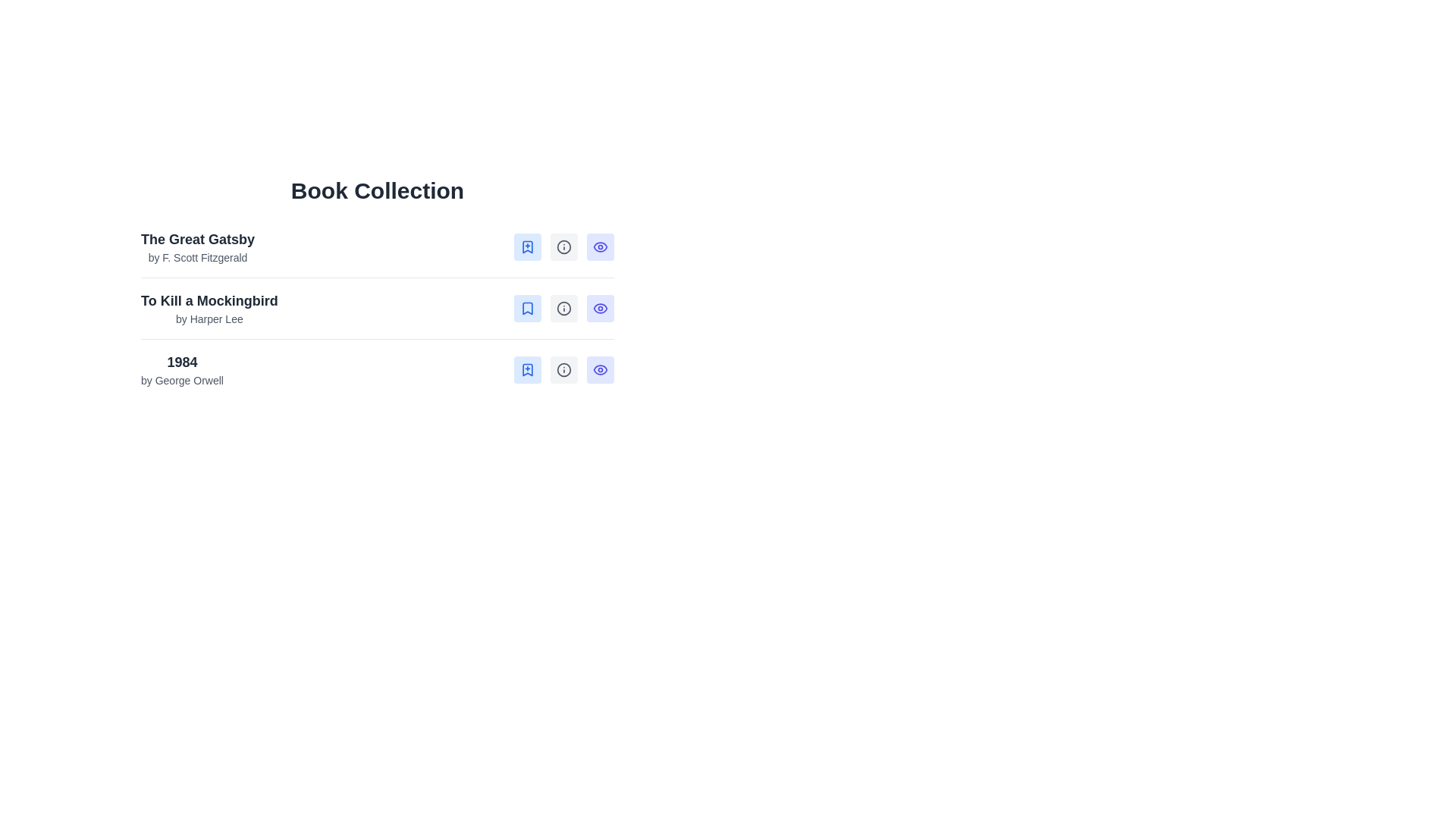  Describe the element at coordinates (563, 246) in the screenshot. I see `the information icon button, which is a circular light gray icon containing a lowercase 'i', located as the second icon in the row of interactive icons in the 'Book Collection' section` at that location.